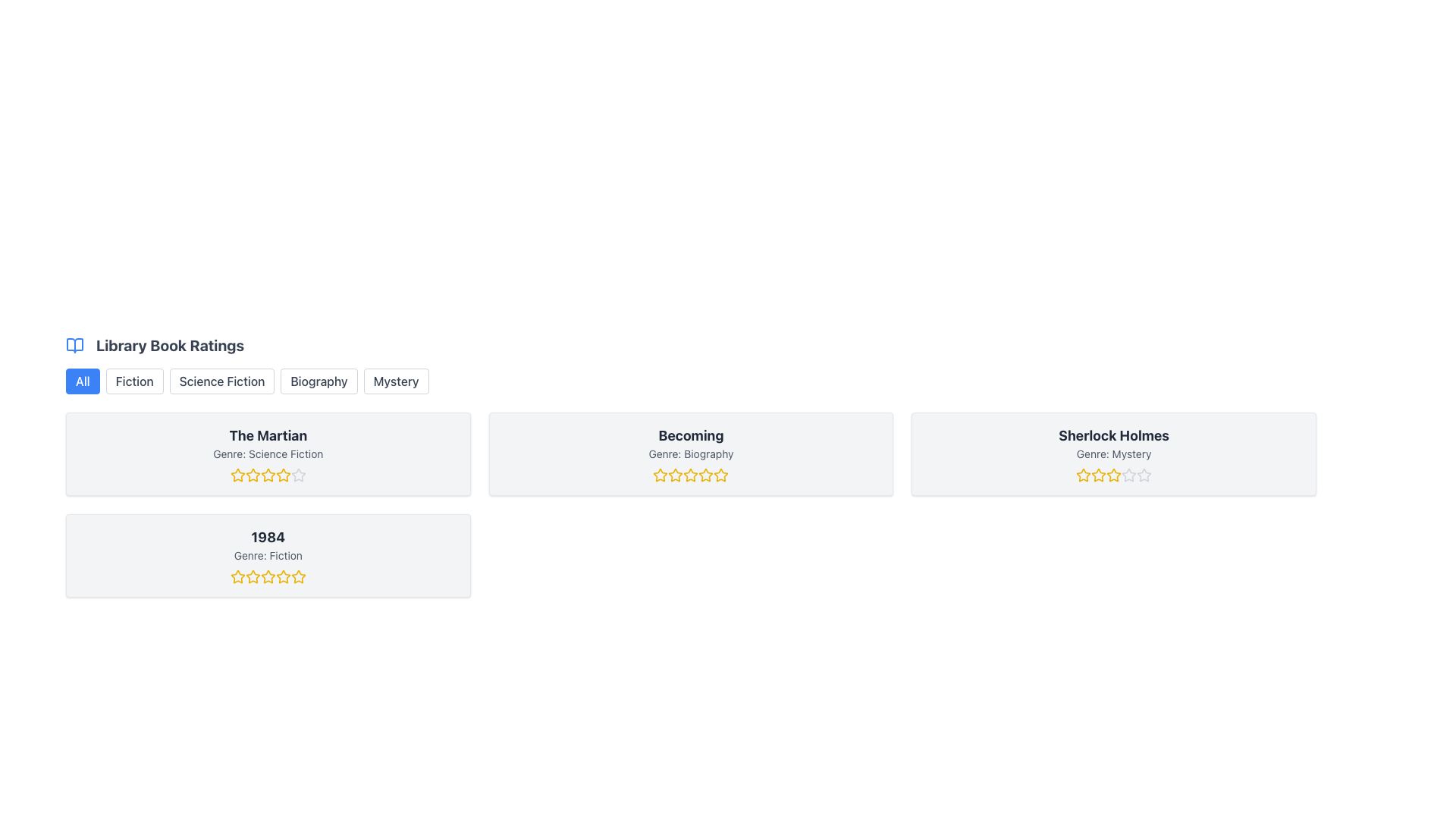 This screenshot has height=819, width=1456. What do you see at coordinates (1083, 475) in the screenshot?
I see `the second star icon for rating in the 'Sherlock Holmes' book card` at bounding box center [1083, 475].